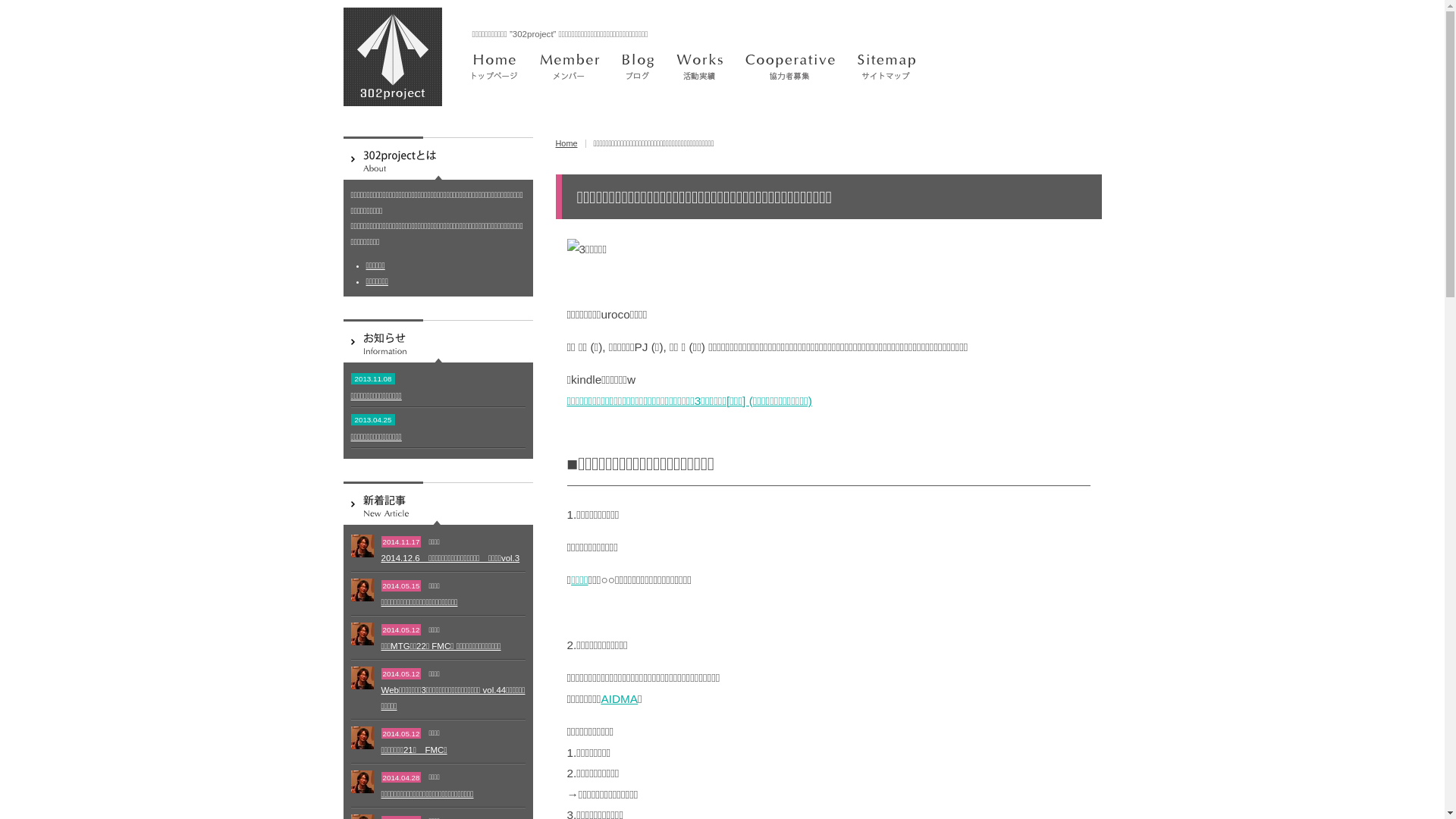 This screenshot has height=819, width=1456. What do you see at coordinates (619, 698) in the screenshot?
I see `'AIDMA'` at bounding box center [619, 698].